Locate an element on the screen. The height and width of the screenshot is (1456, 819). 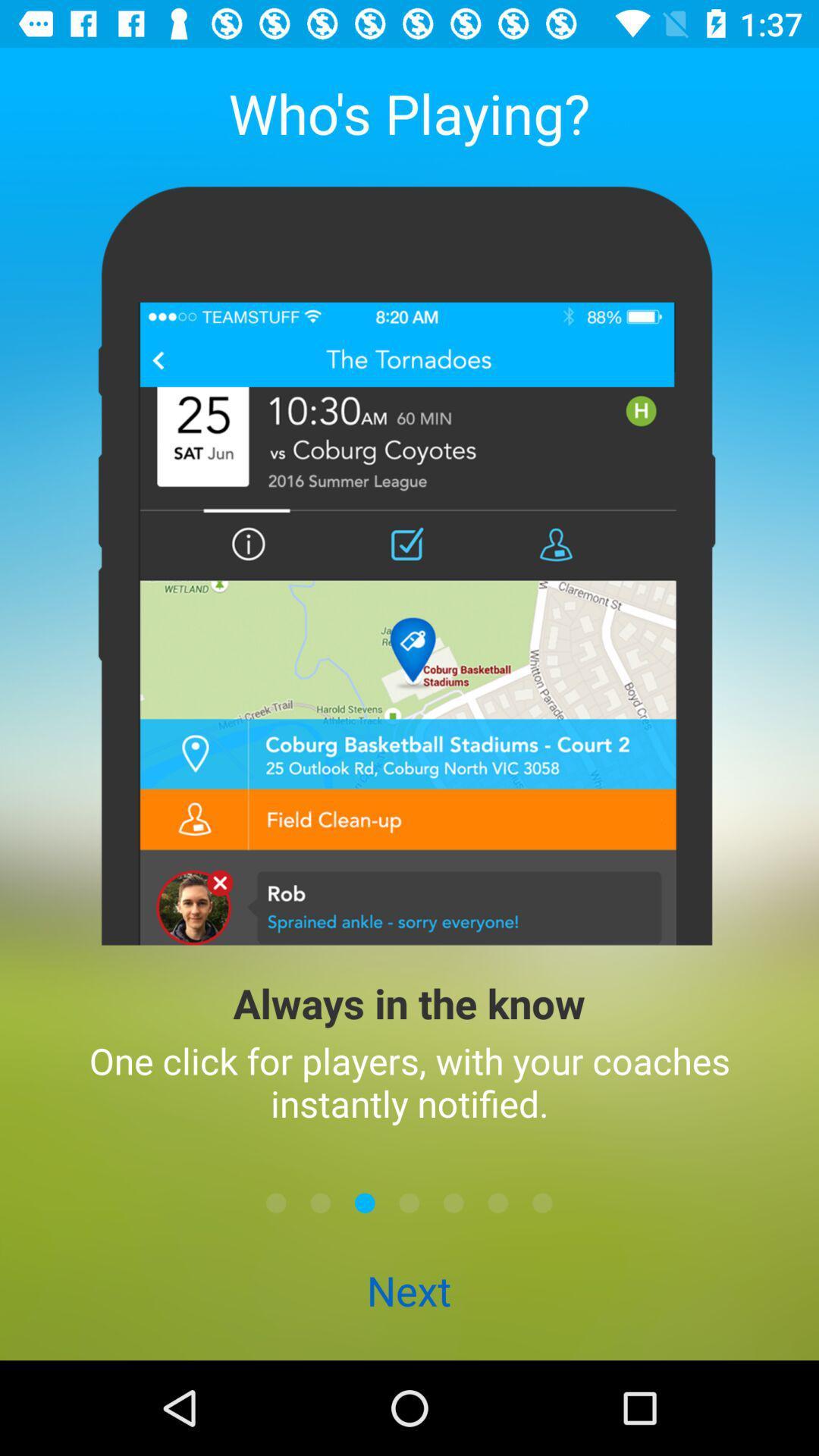
item below one click for icon is located at coordinates (365, 1202).